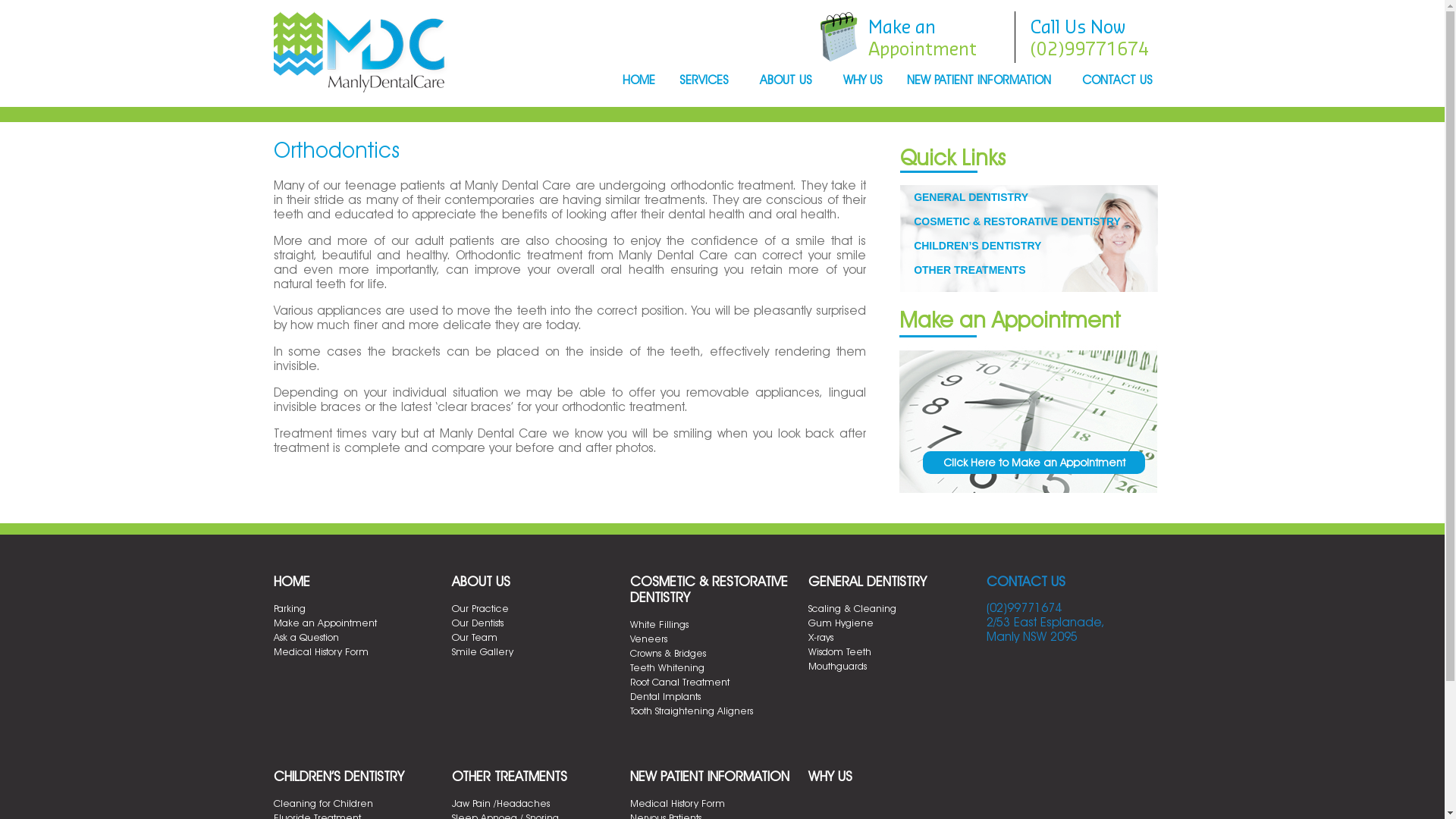  Describe the element at coordinates (664, 696) in the screenshot. I see `'Dental Implants'` at that location.